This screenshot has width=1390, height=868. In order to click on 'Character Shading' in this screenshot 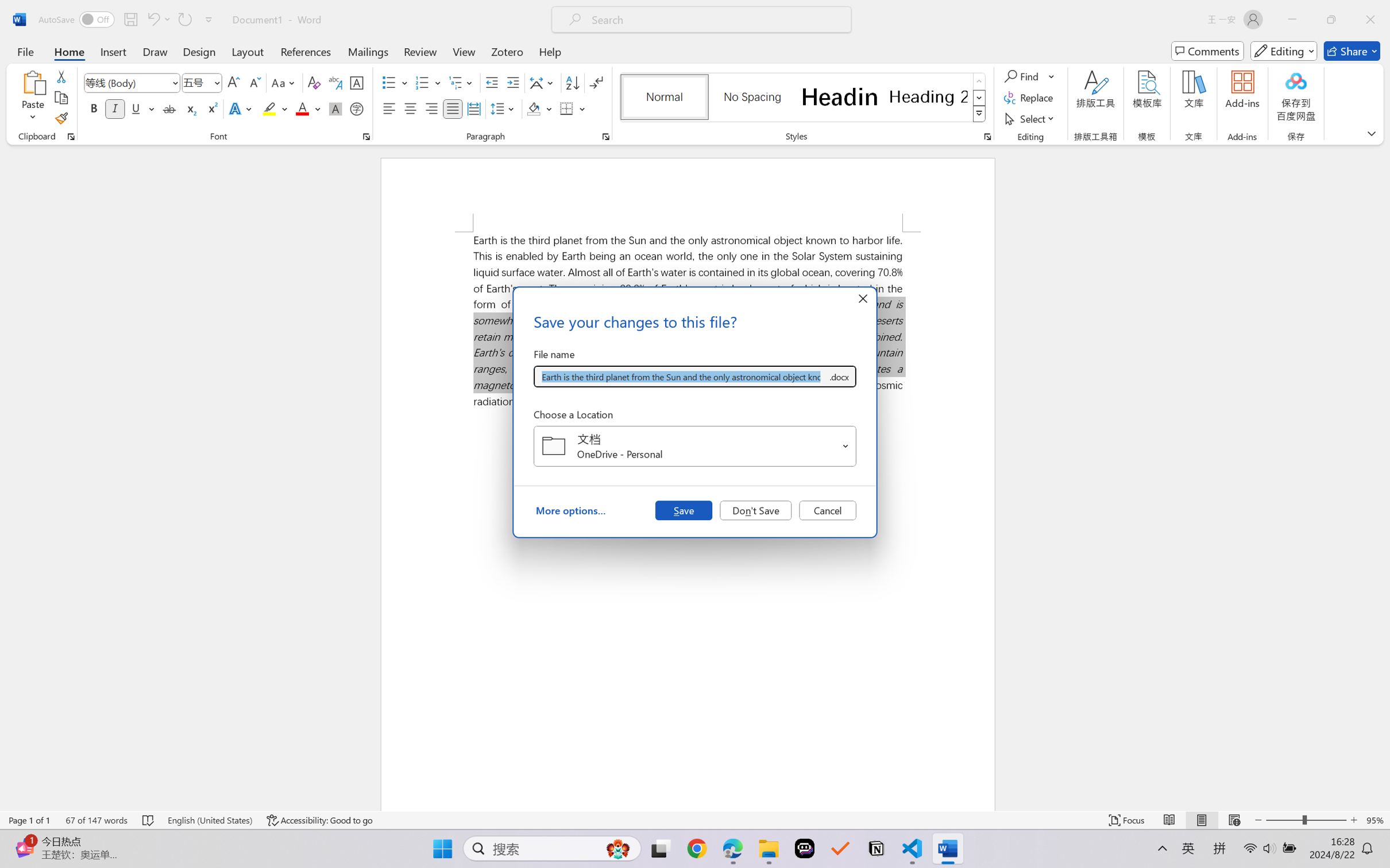, I will do `click(334, 108)`.